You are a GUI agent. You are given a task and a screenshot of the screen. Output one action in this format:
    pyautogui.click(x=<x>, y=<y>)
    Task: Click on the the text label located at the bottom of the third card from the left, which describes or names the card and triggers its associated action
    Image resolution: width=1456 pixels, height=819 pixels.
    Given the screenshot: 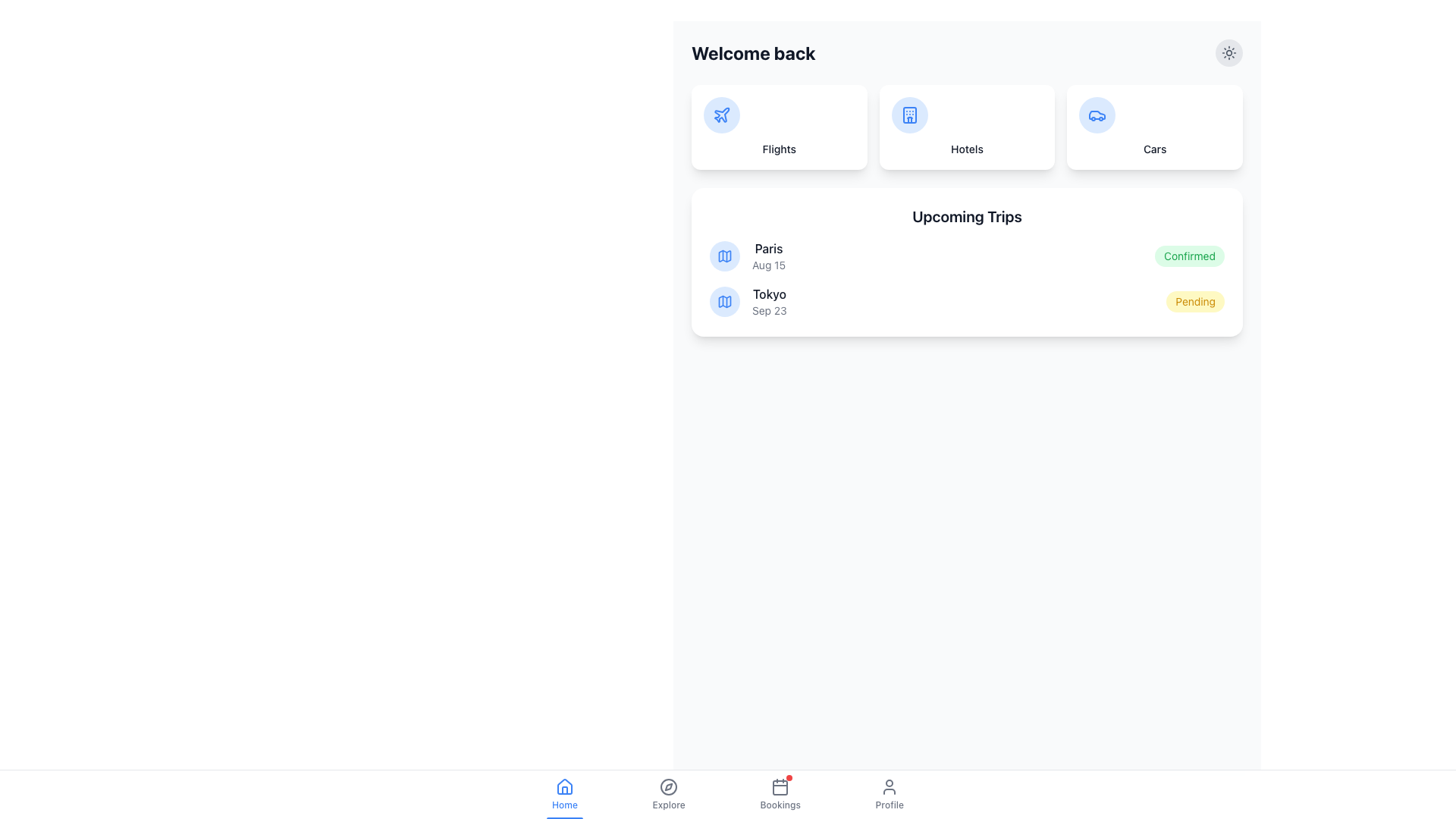 What is the action you would take?
    pyautogui.click(x=1154, y=149)
    